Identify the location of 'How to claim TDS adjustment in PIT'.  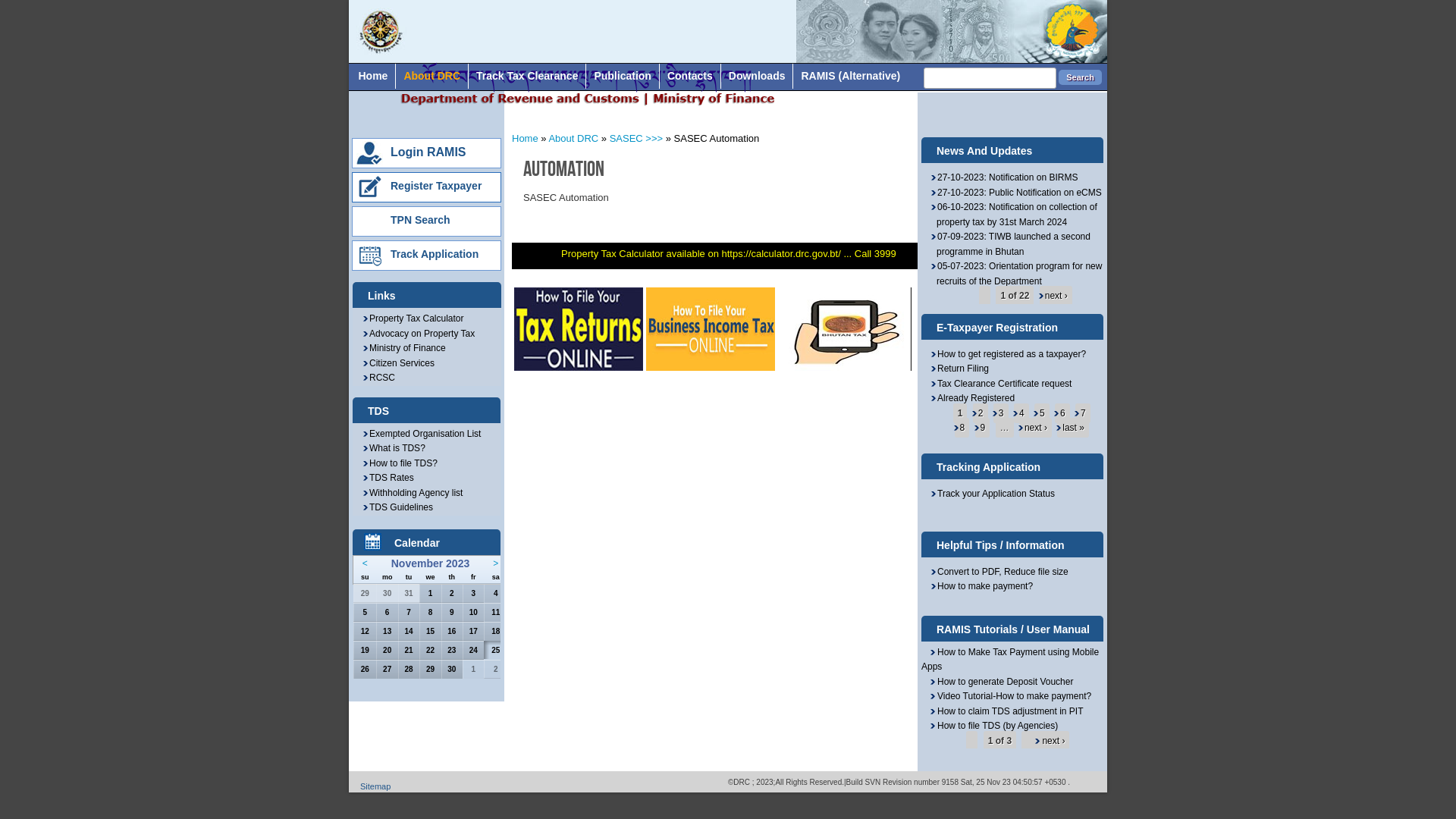
(1002, 711).